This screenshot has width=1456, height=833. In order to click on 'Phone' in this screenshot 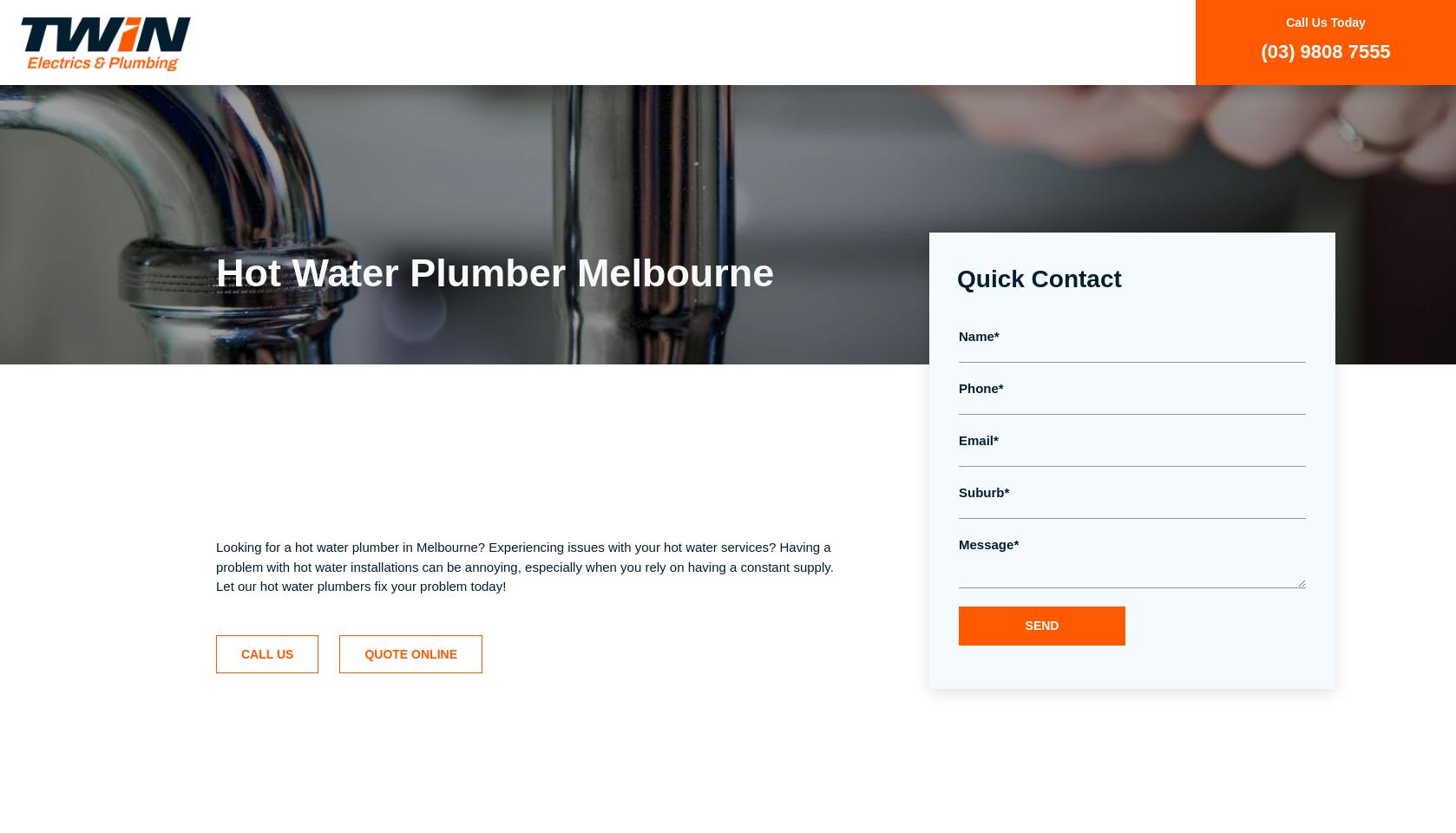, I will do `click(978, 388)`.